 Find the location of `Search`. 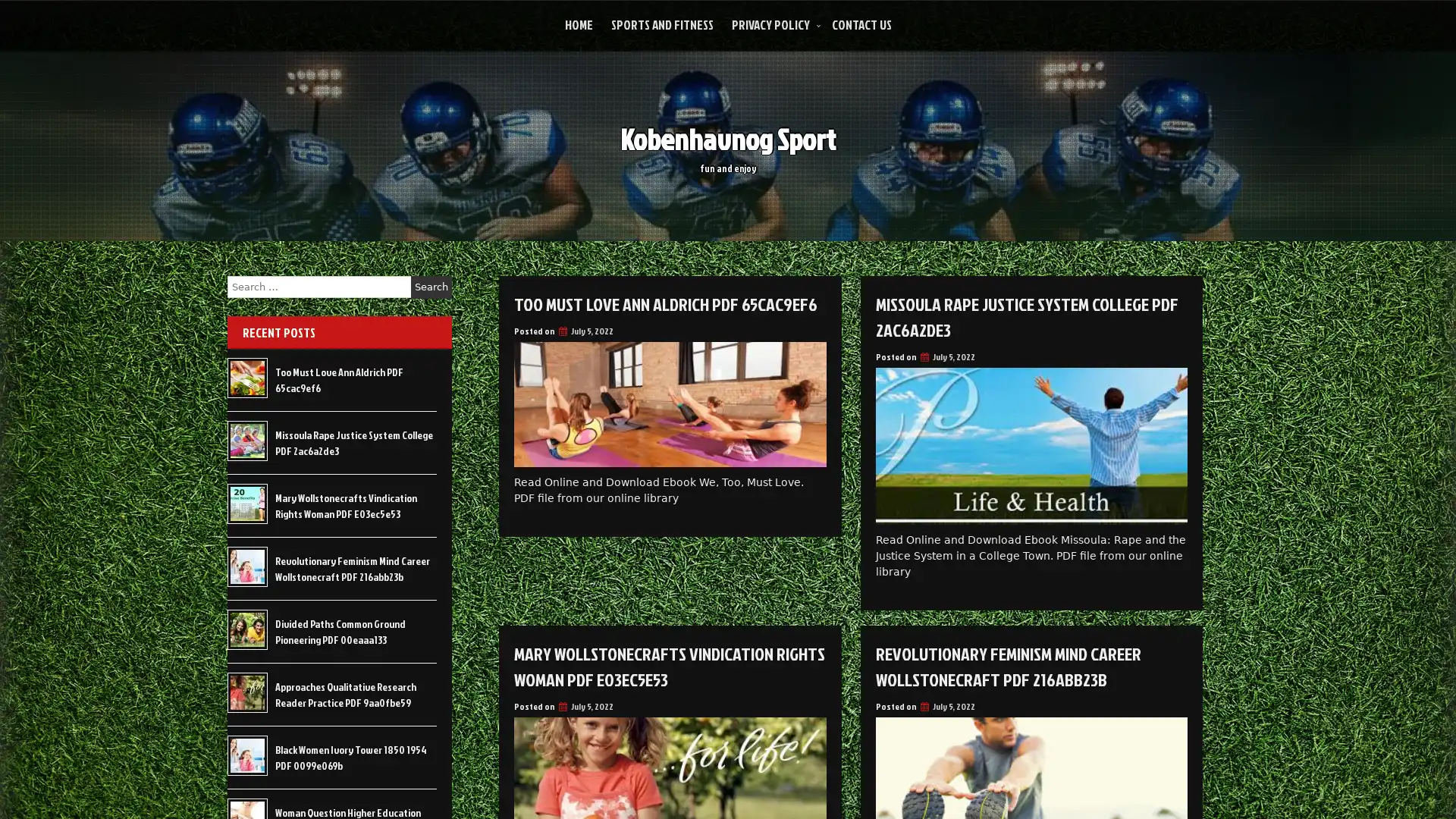

Search is located at coordinates (431, 287).